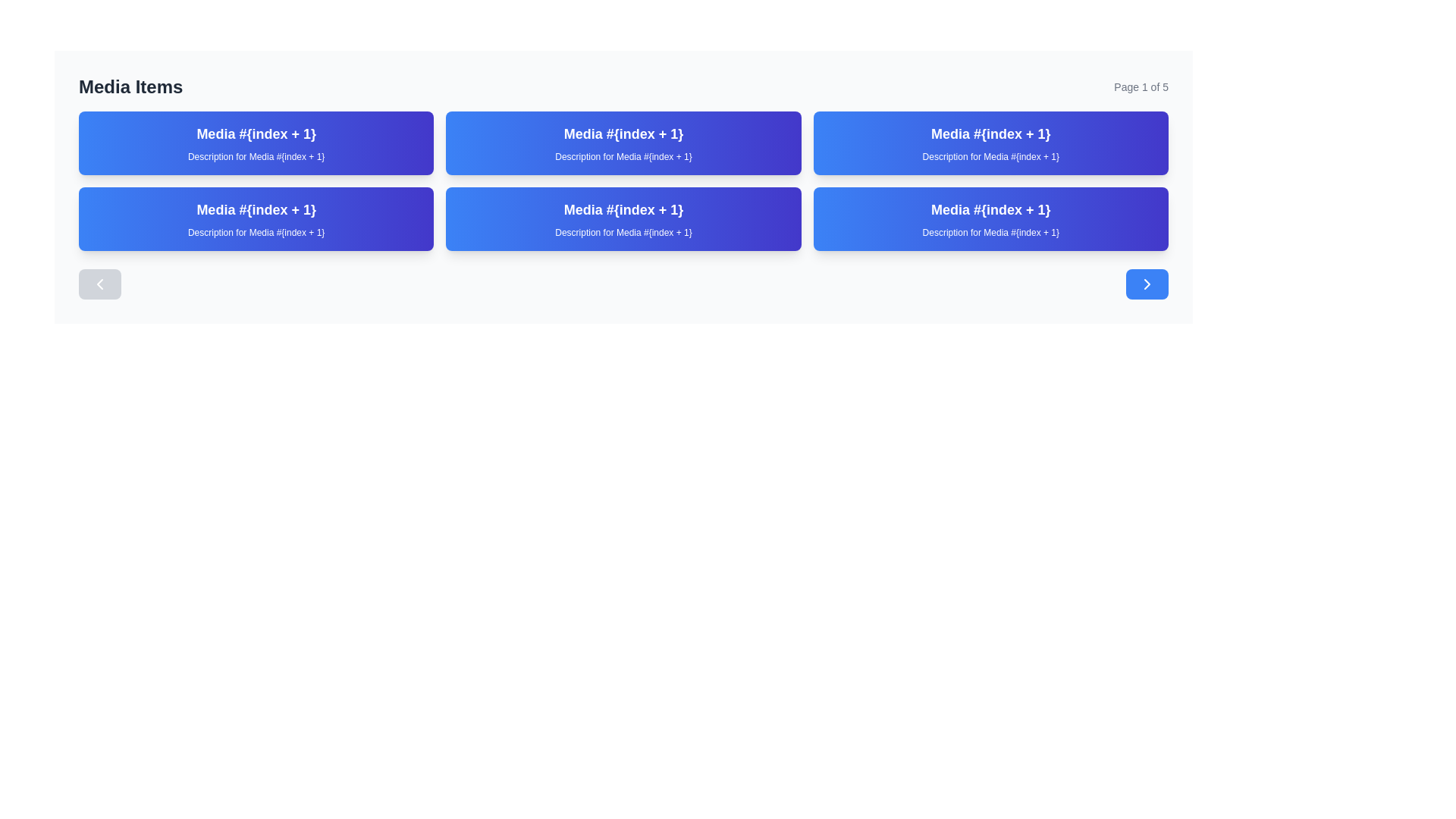  What do you see at coordinates (990, 233) in the screenshot?
I see `the text label that displays 'Description for Media #{index + 1}', located in the bottom section of the rightmost card in the bottom row of a grid-like layout` at bounding box center [990, 233].